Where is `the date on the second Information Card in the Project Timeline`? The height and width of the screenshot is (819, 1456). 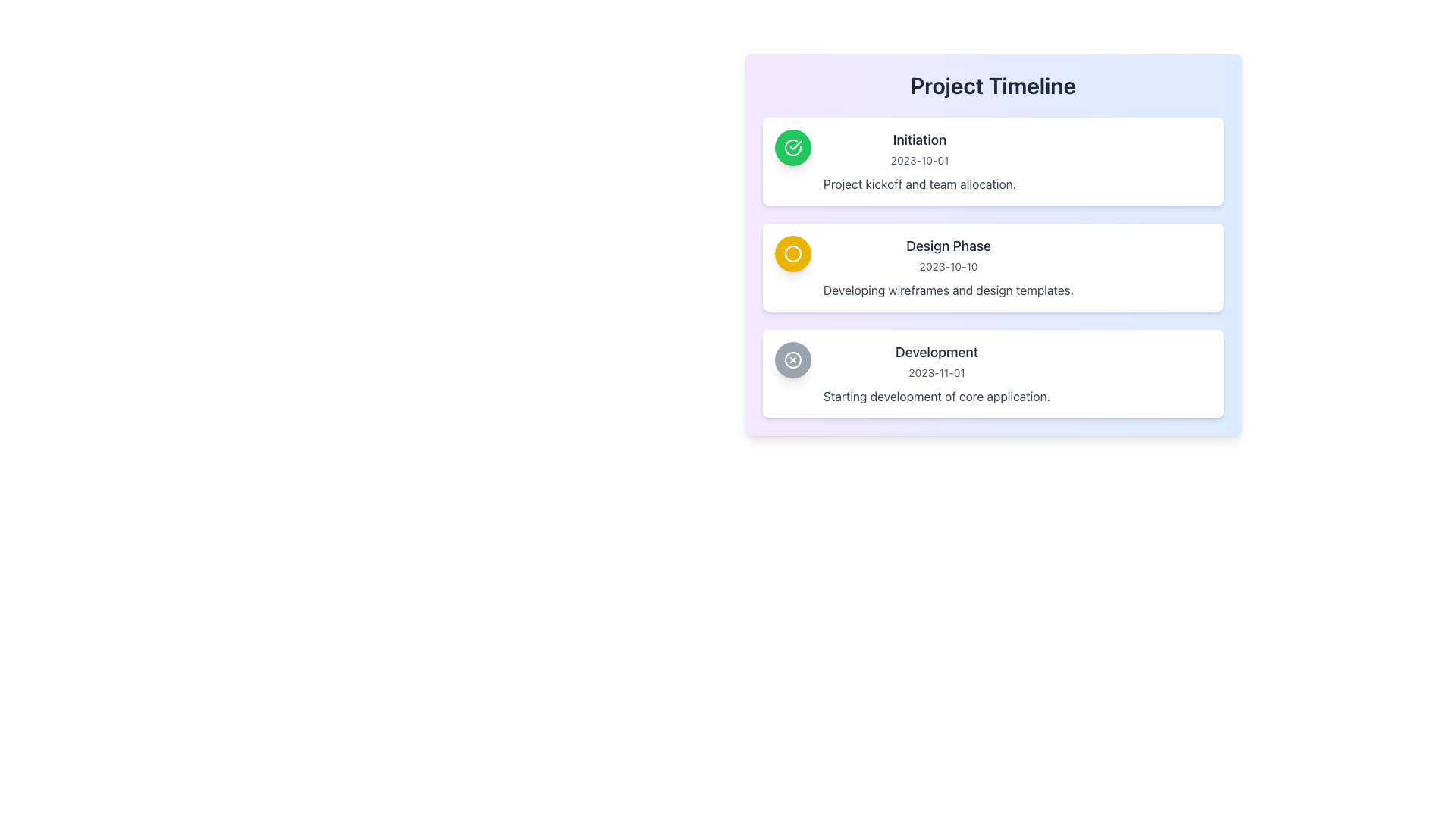
the date on the second Information Card in the Project Timeline is located at coordinates (948, 267).